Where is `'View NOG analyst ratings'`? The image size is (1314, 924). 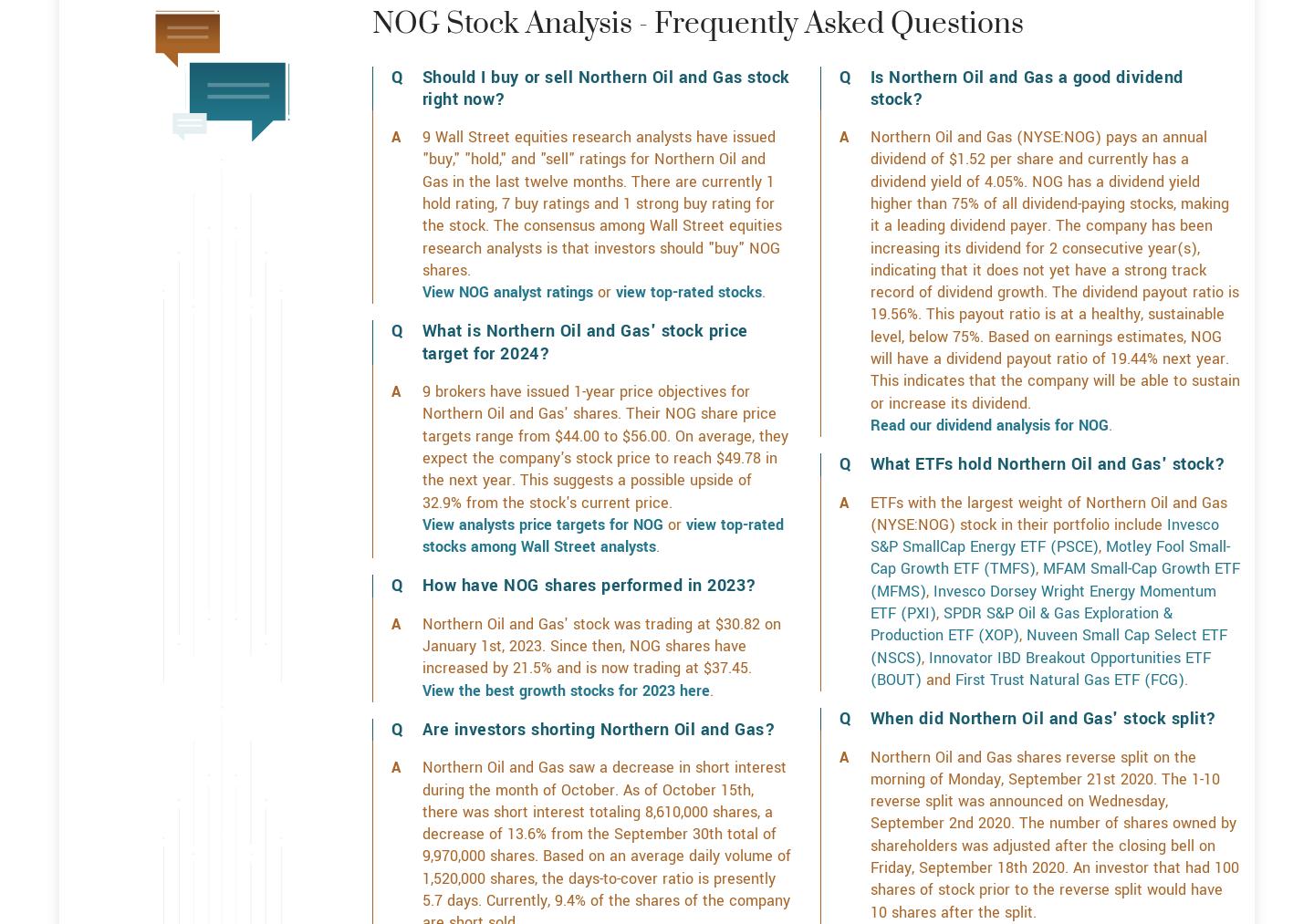 'View NOG analyst ratings' is located at coordinates (506, 357).